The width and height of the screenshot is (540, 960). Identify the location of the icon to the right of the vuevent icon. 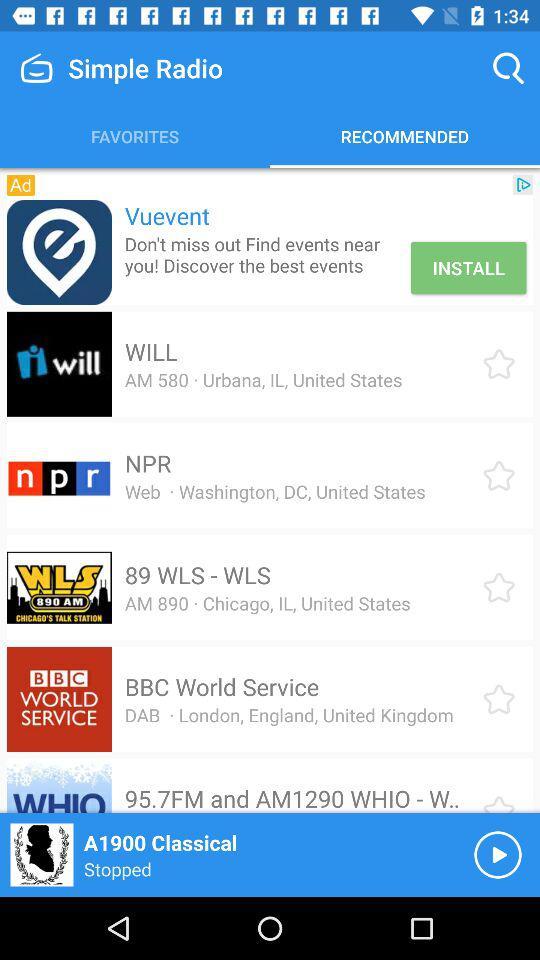
(523, 184).